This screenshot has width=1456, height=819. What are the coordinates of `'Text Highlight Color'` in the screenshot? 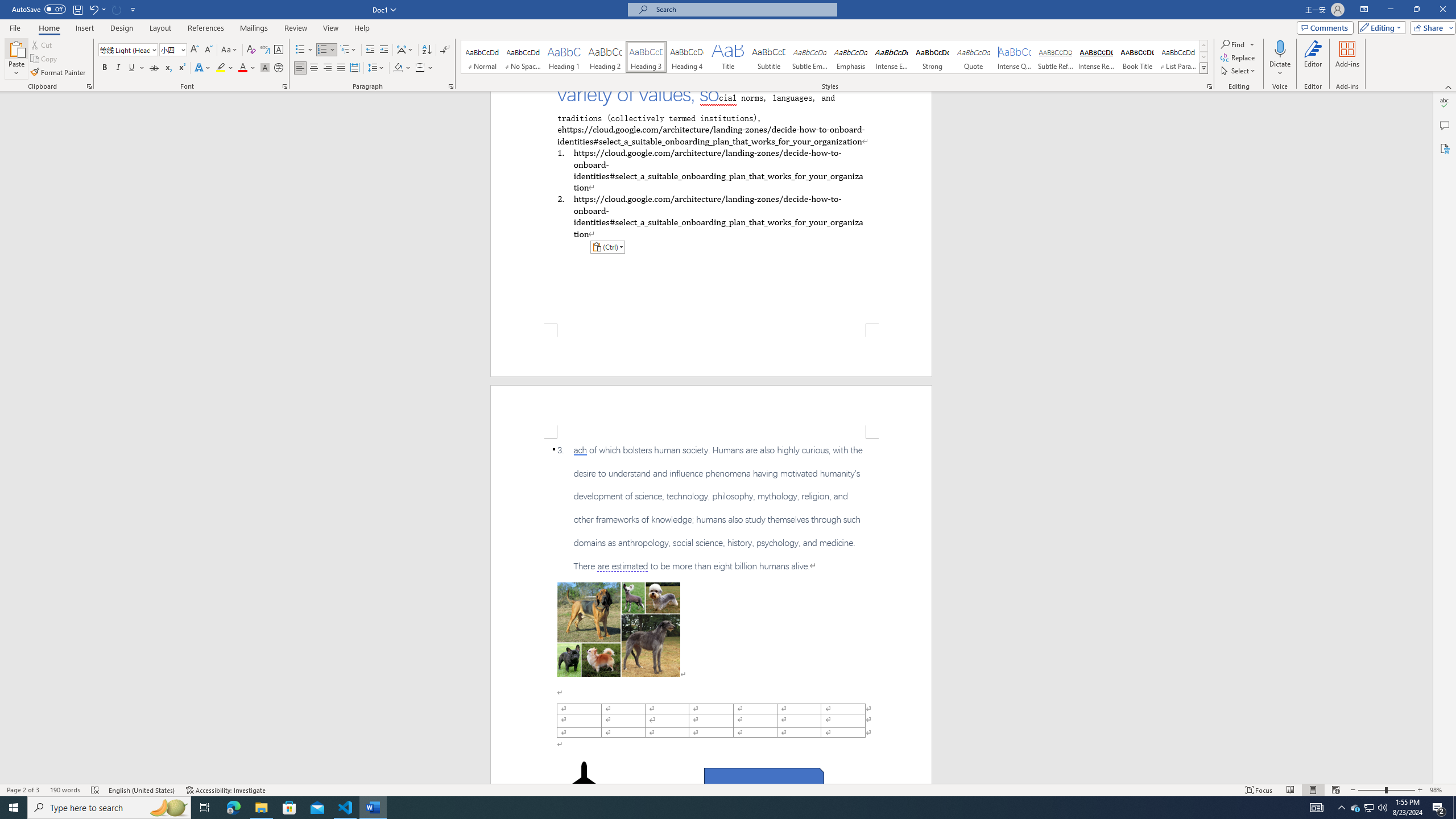 It's located at (225, 67).